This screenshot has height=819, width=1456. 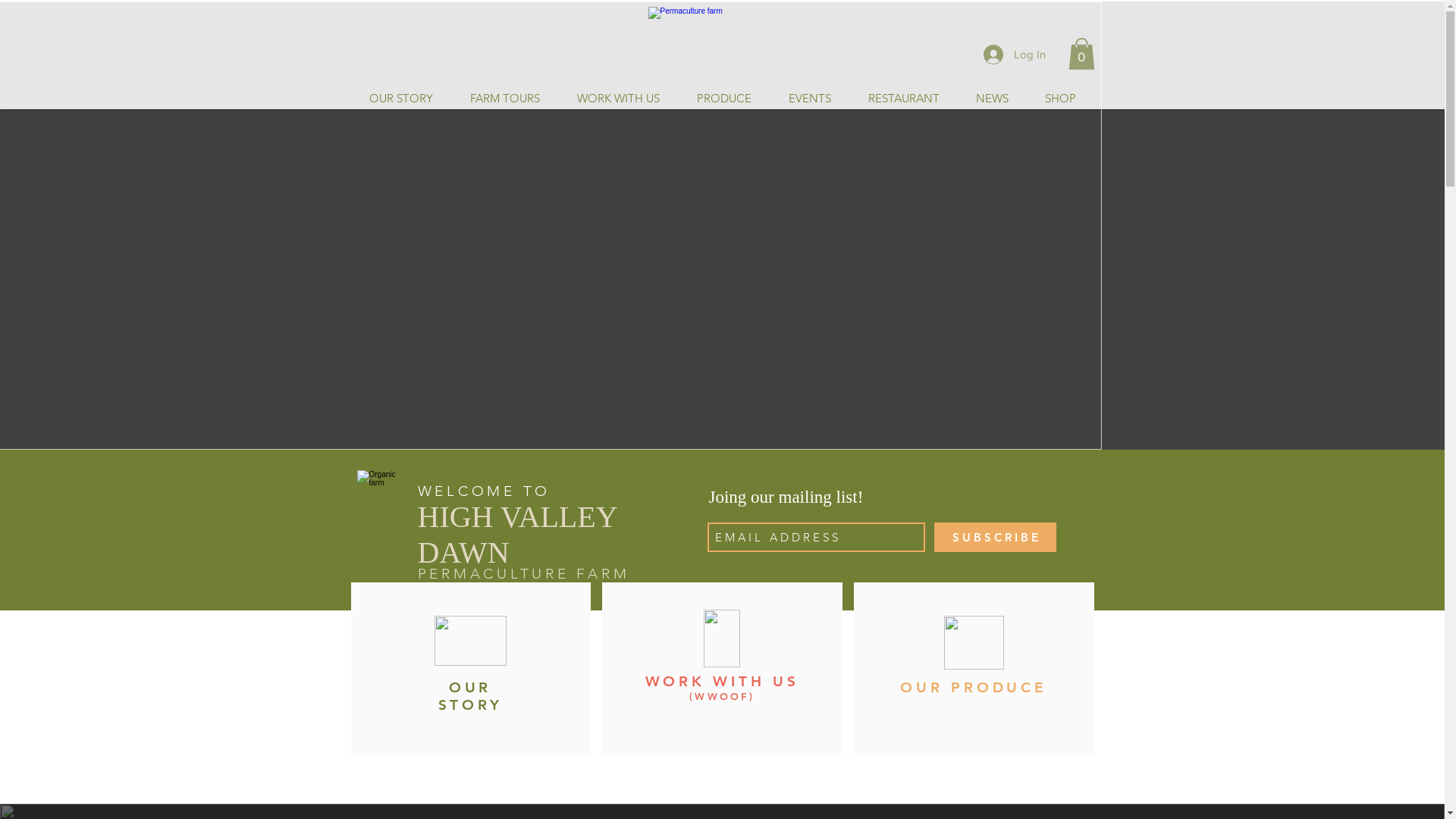 I want to click on 'S U B S C R I B E', so click(x=995, y=536).